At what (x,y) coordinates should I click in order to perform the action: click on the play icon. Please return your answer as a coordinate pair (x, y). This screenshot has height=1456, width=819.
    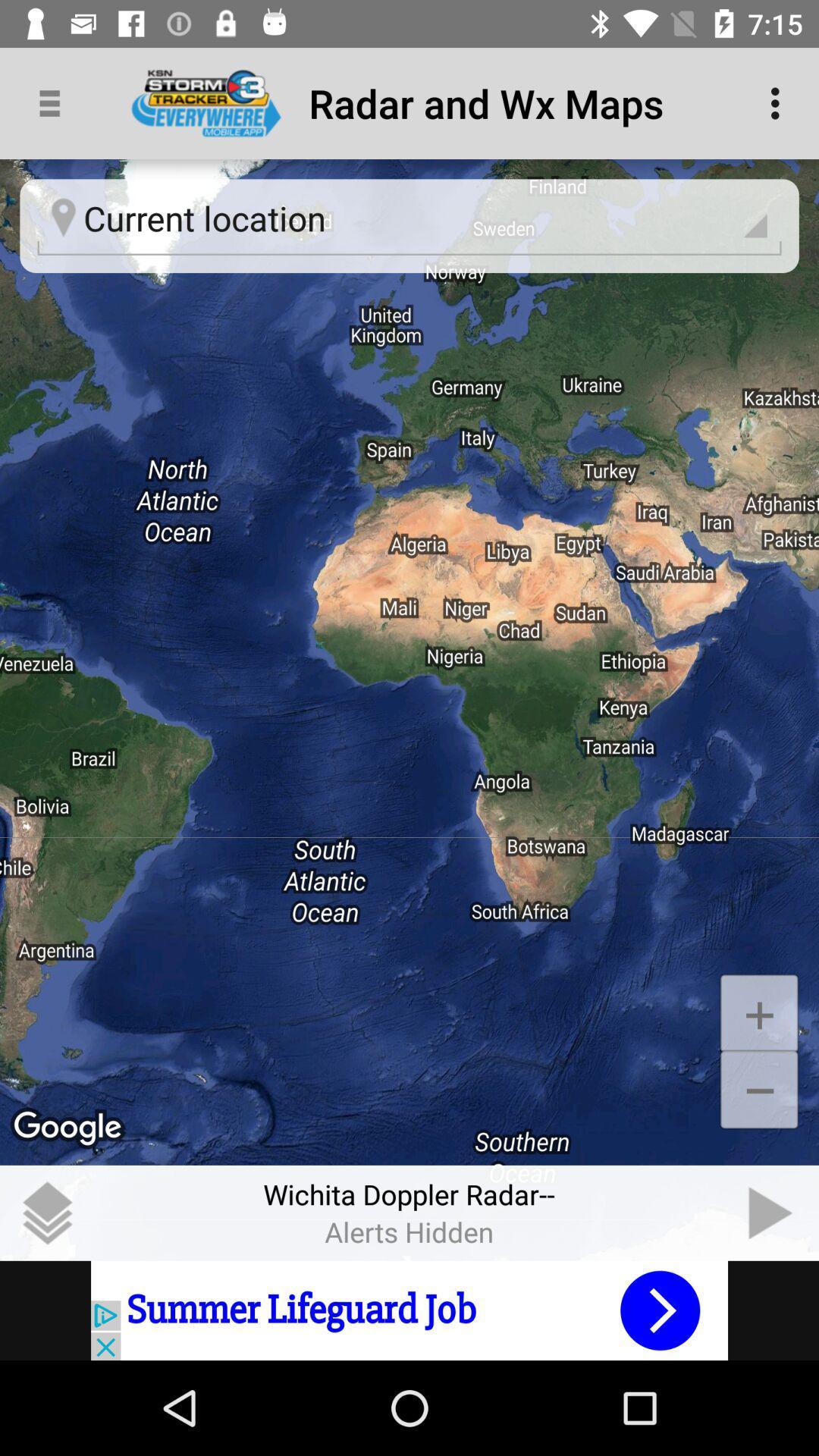
    Looking at the image, I should click on (771, 1212).